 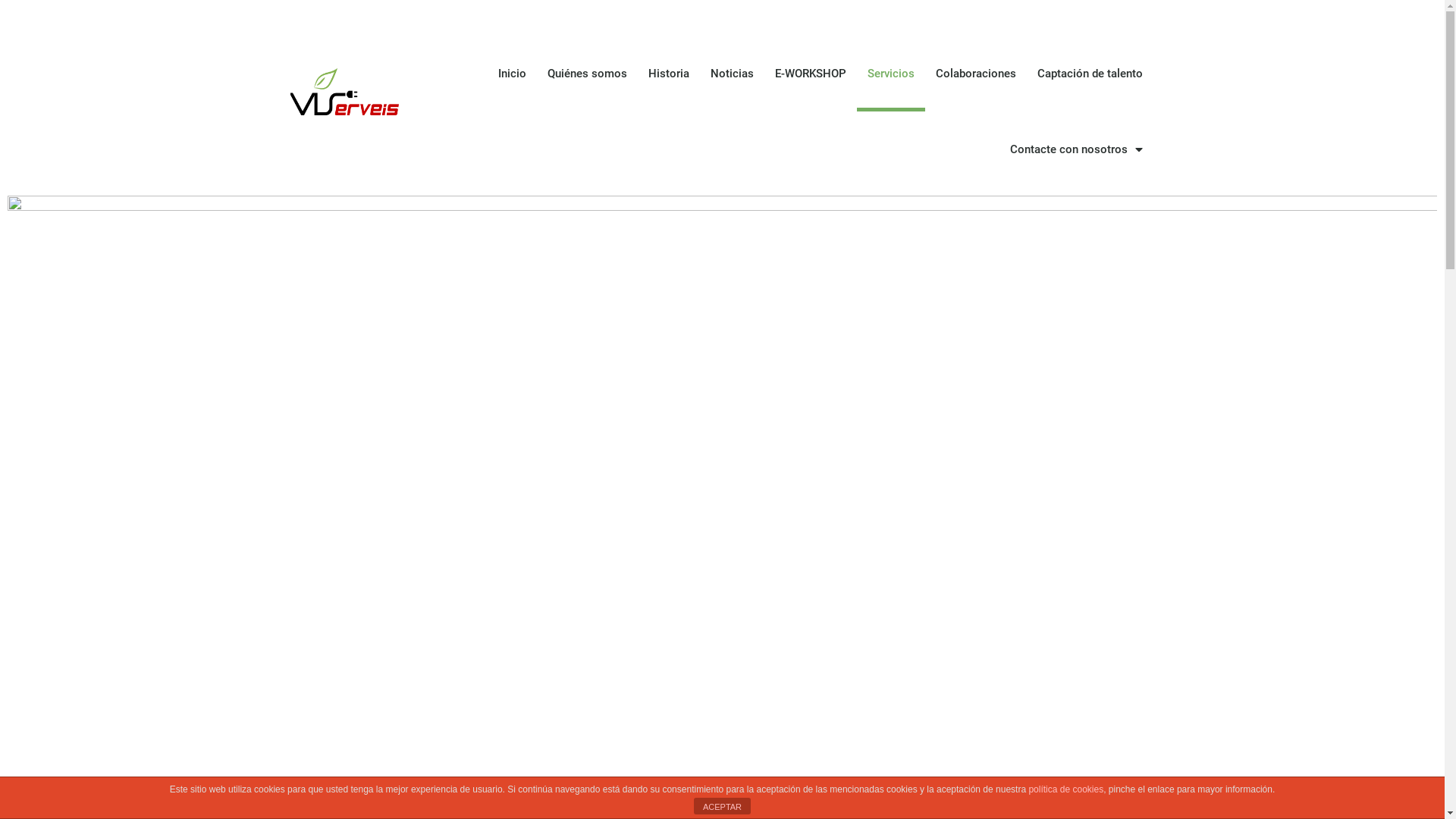 I want to click on 'Noticias', so click(x=732, y=73).